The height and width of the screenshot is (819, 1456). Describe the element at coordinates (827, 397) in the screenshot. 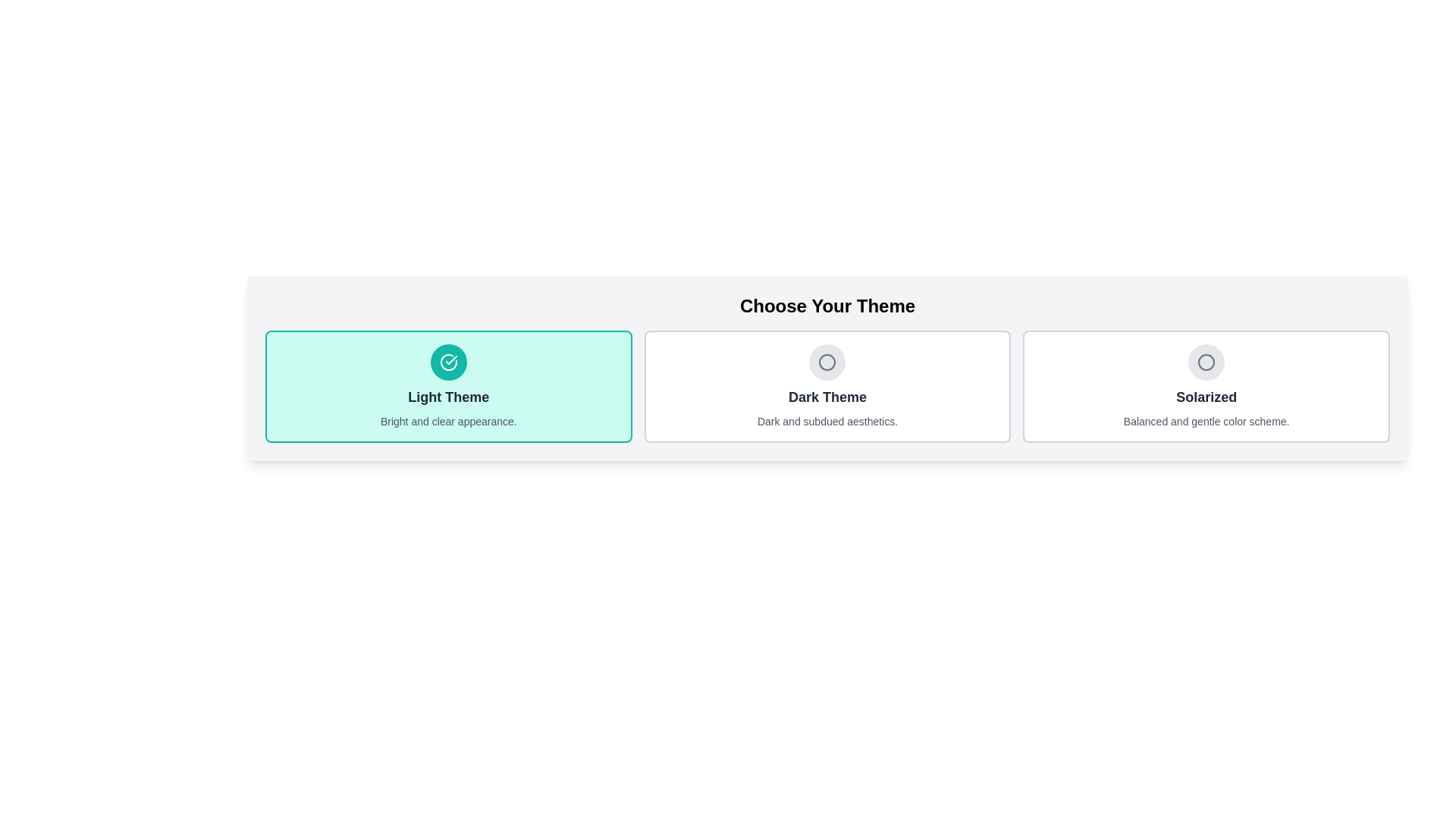

I see `text label displaying 'Dark Theme' which is centrally positioned in the dark gray themed card` at that location.